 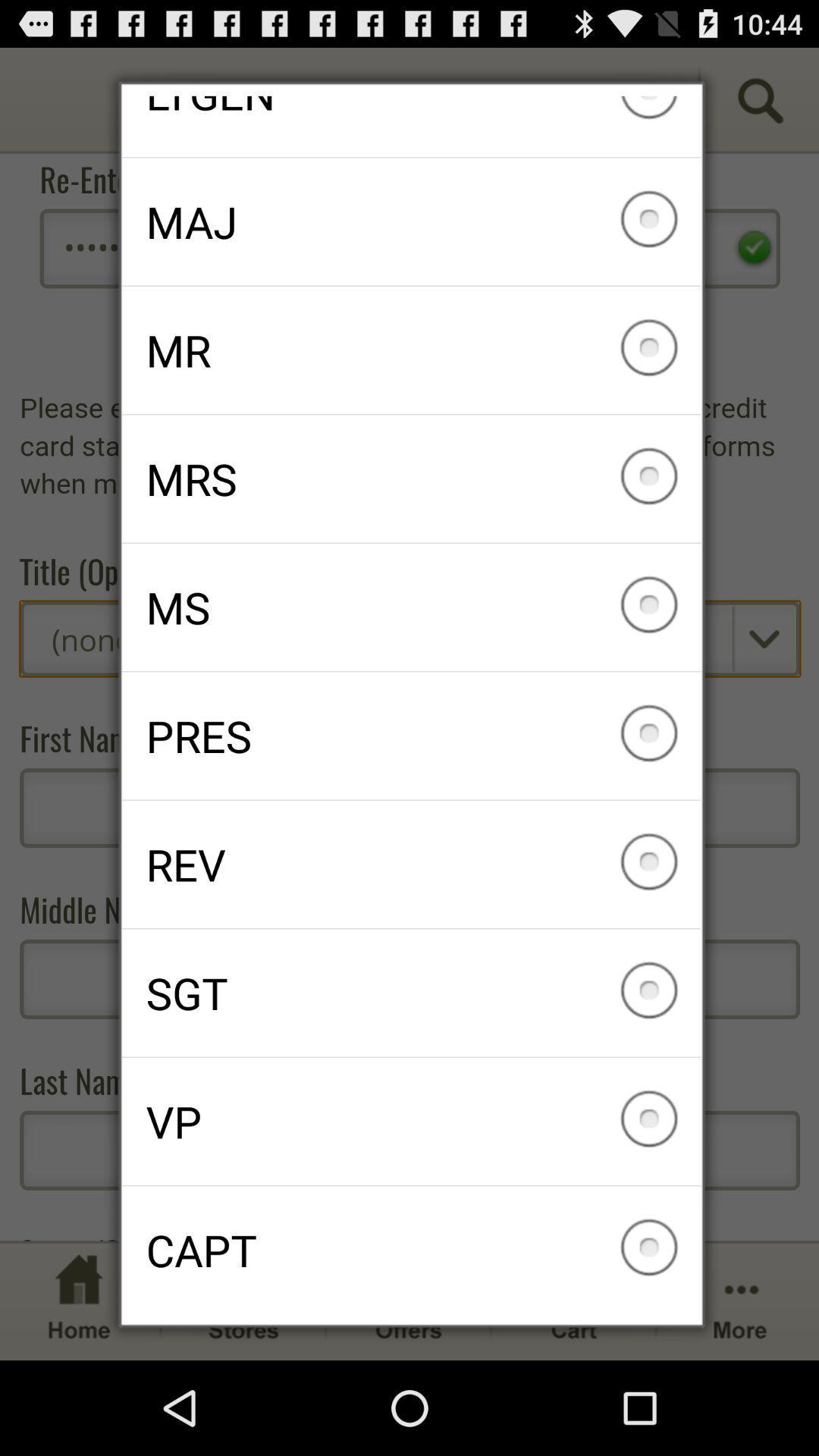 What do you see at coordinates (411, 1250) in the screenshot?
I see `capt icon` at bounding box center [411, 1250].